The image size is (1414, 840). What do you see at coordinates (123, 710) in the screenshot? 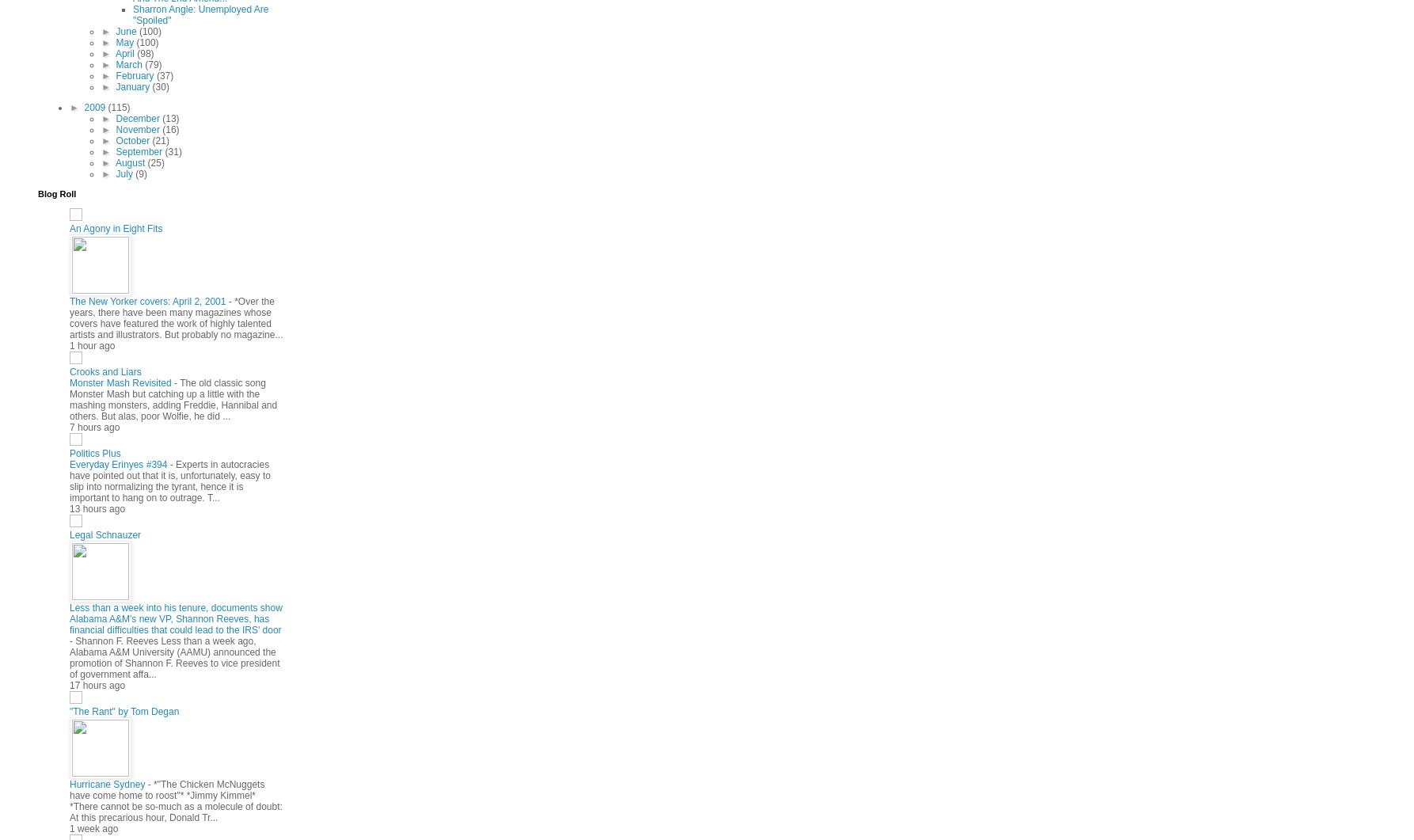
I see `'"The Rant" by Tom Degan'` at bounding box center [123, 710].